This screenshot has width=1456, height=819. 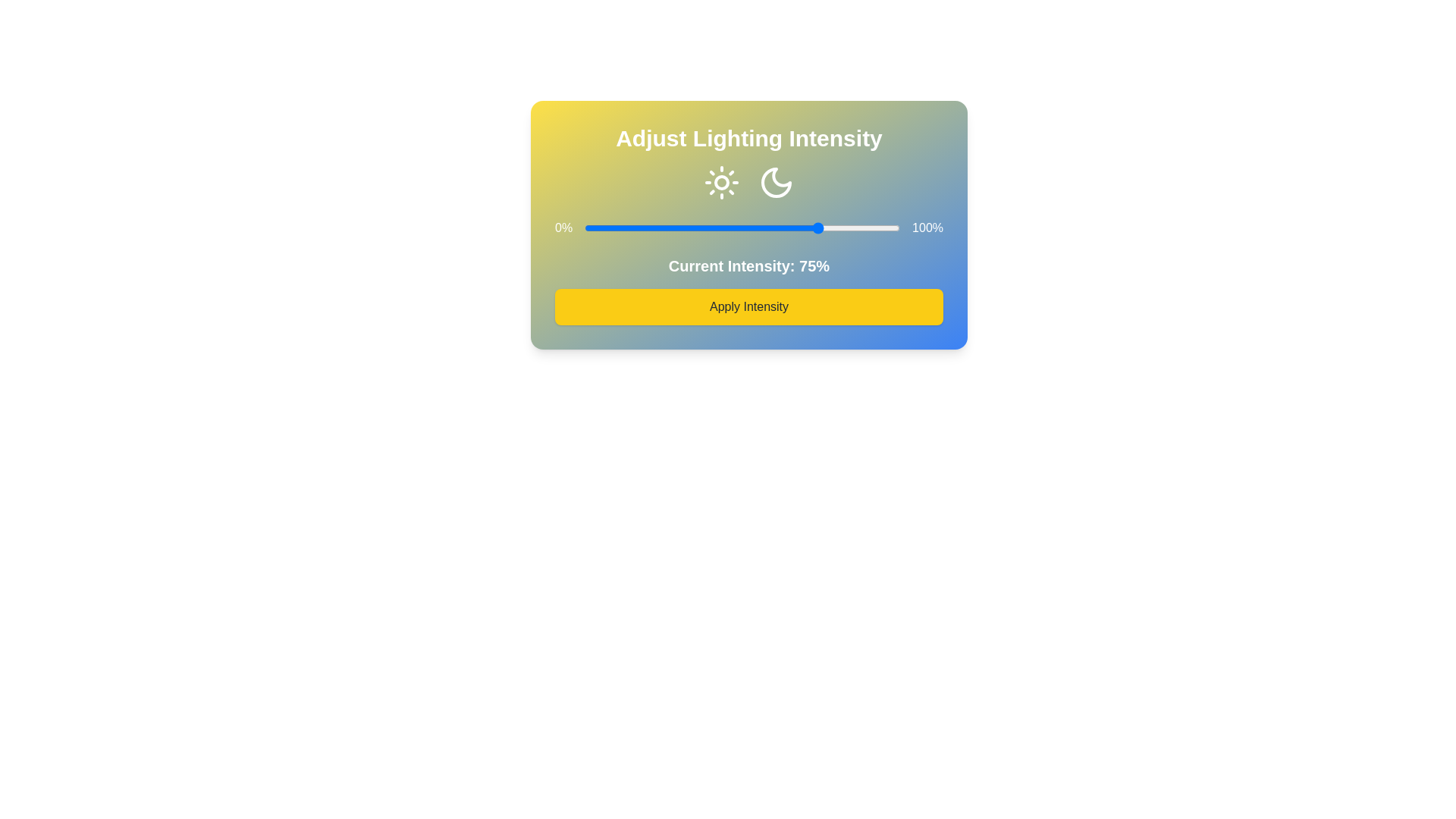 I want to click on the 'Apply Intensity' button, so click(x=749, y=307).